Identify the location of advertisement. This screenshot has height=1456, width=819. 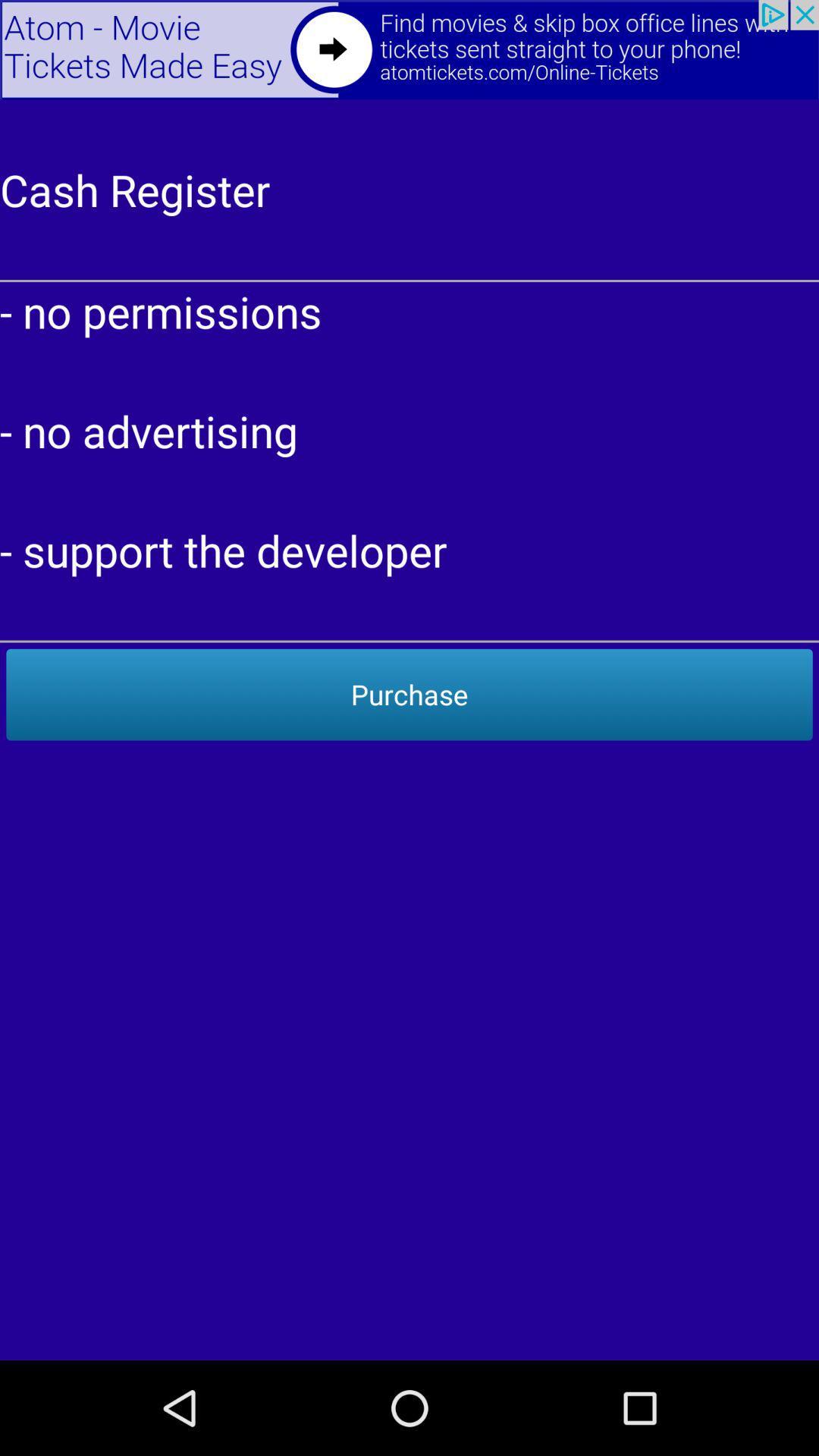
(409, 49).